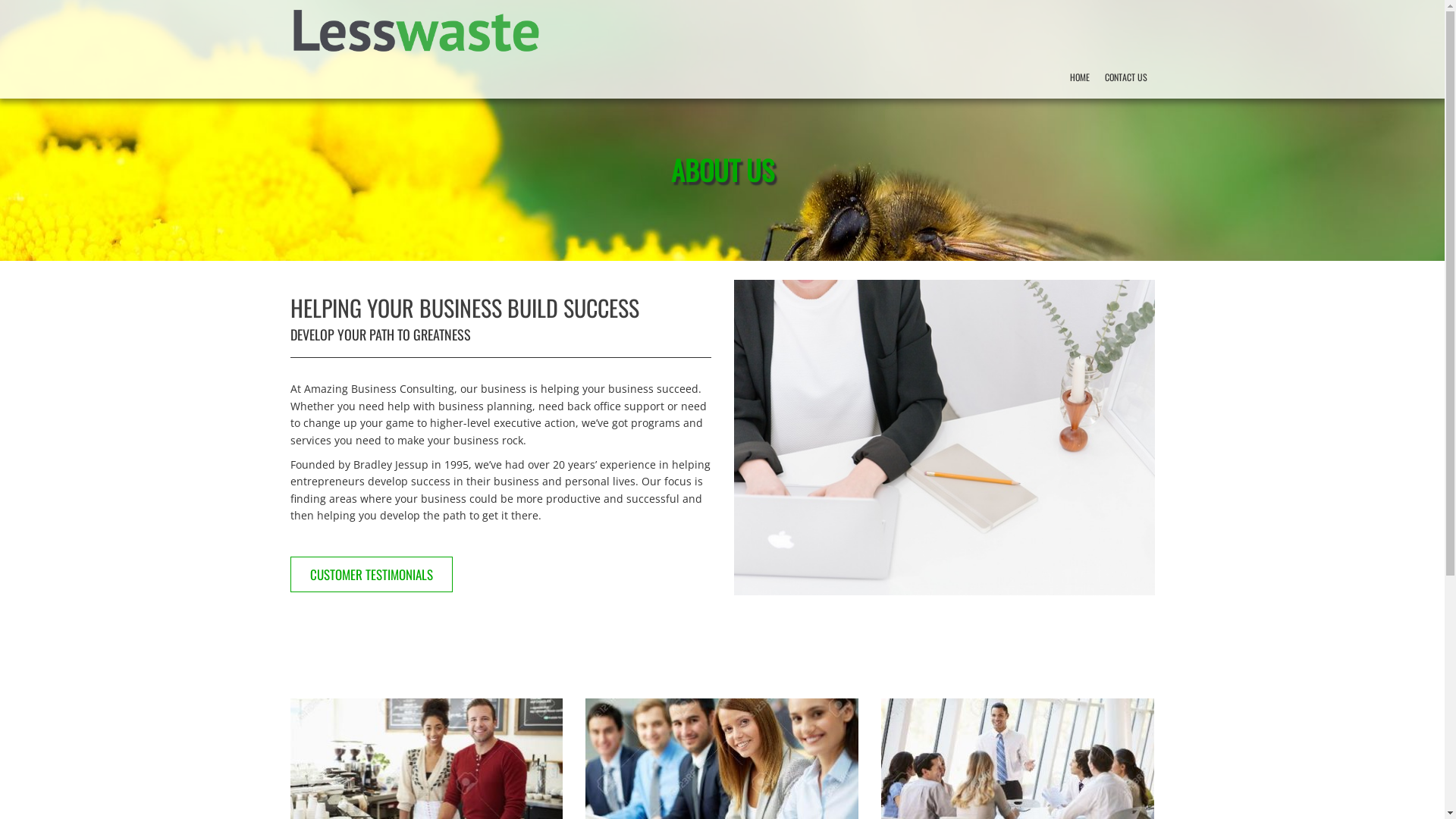 The height and width of the screenshot is (819, 1456). What do you see at coordinates (290, 574) in the screenshot?
I see `'CUSTOMER TESTIMONIALS'` at bounding box center [290, 574].